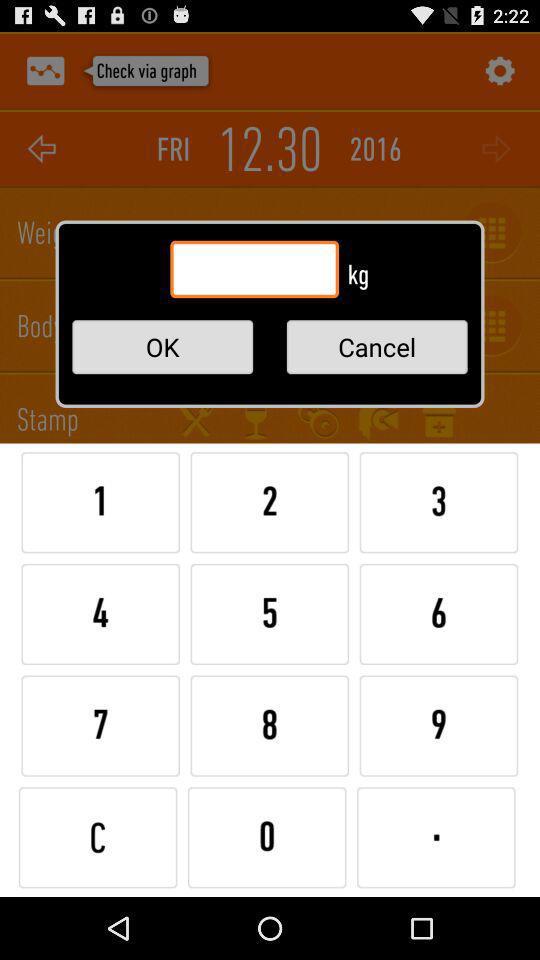  What do you see at coordinates (45, 75) in the screenshot?
I see `the wallpaper icon` at bounding box center [45, 75].